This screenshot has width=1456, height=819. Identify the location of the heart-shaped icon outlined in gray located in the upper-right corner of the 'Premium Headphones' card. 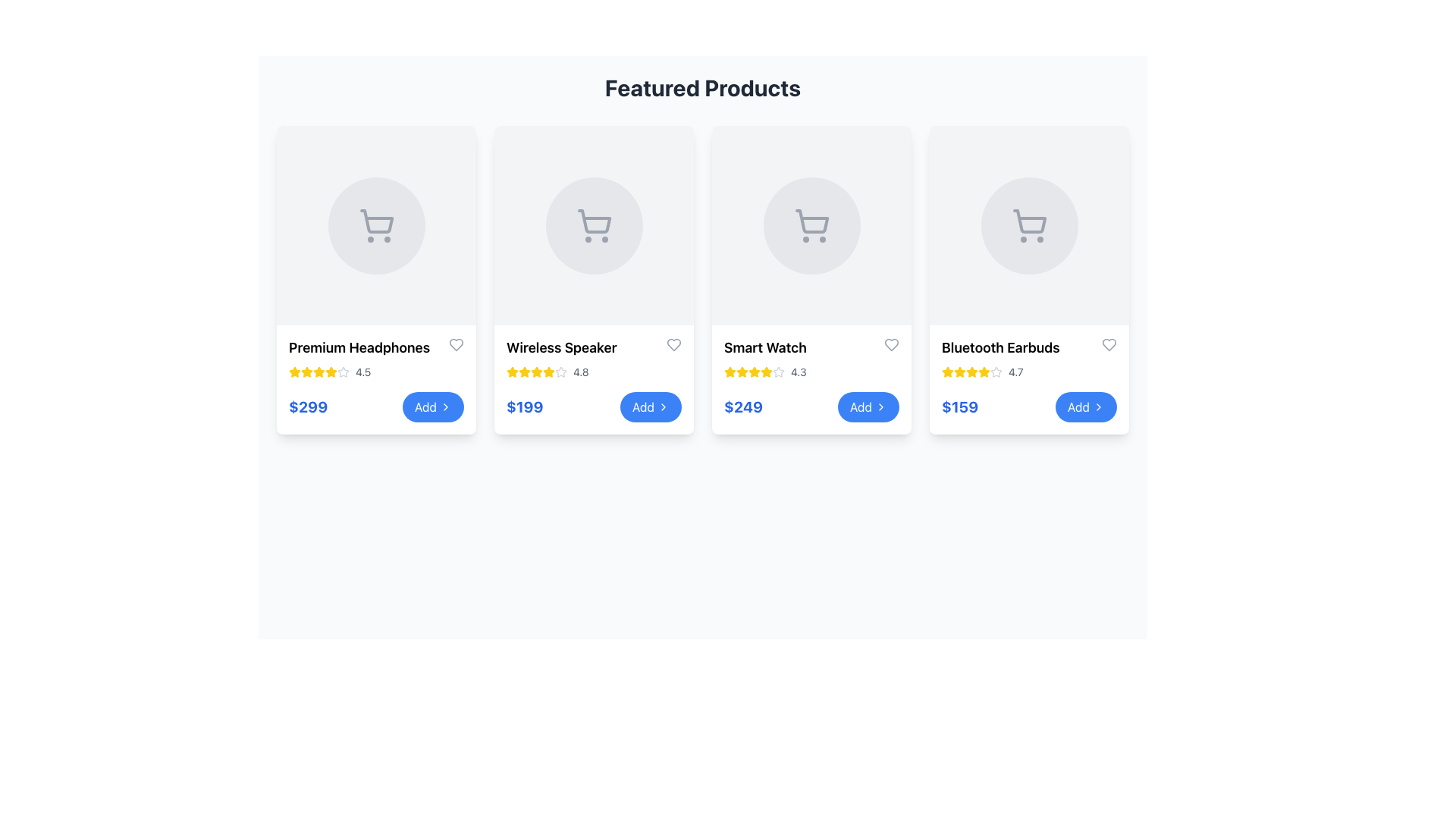
(455, 345).